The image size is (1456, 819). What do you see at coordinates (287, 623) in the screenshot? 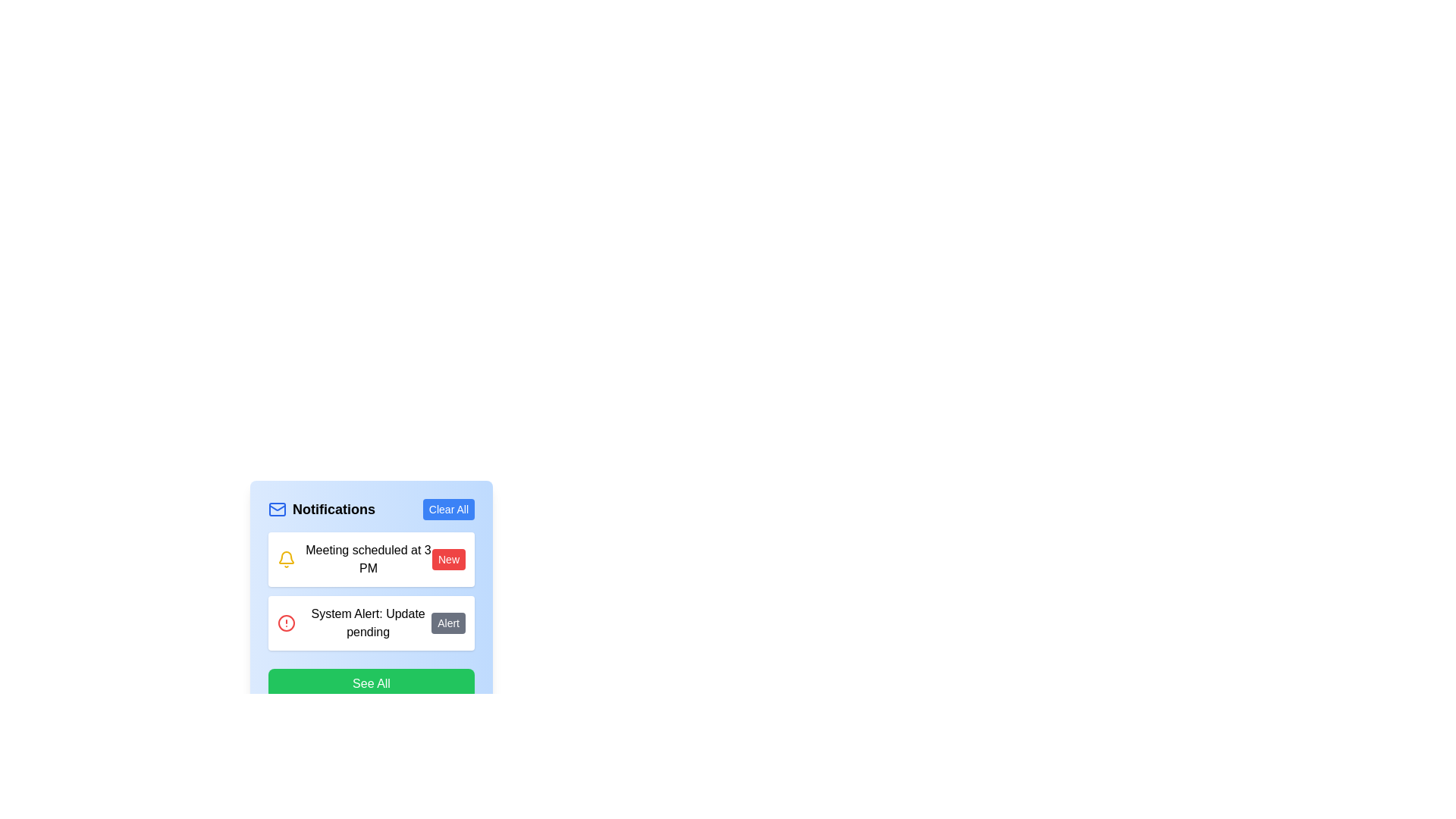
I see `the alert icon located to the left of the message 'System Alert: Update pending' in the notification box` at bounding box center [287, 623].